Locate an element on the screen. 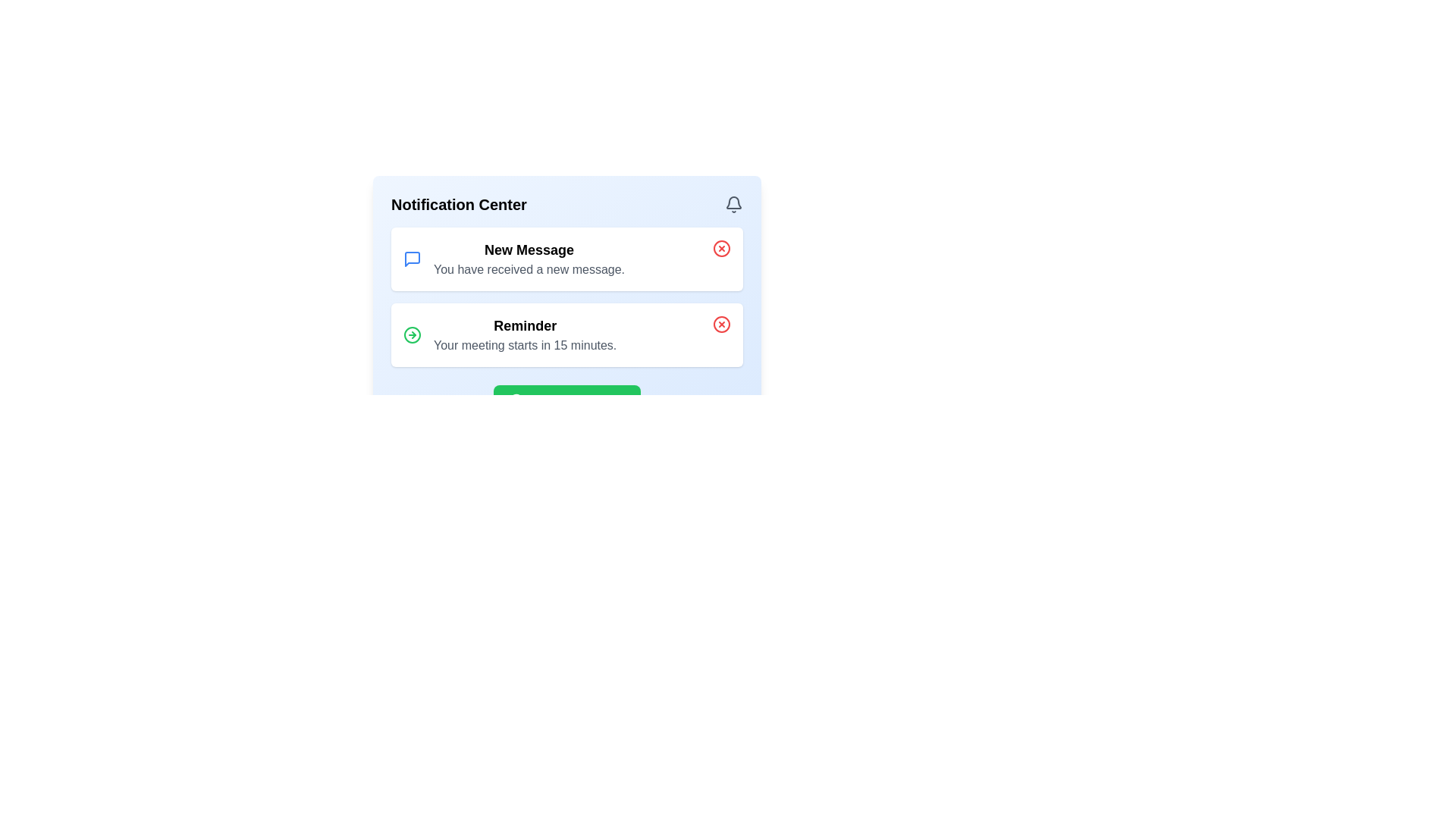 The height and width of the screenshot is (819, 1456). the central circular part of the rightward-pointing arrow icon within the 'Reminder' notification card is located at coordinates (412, 334).